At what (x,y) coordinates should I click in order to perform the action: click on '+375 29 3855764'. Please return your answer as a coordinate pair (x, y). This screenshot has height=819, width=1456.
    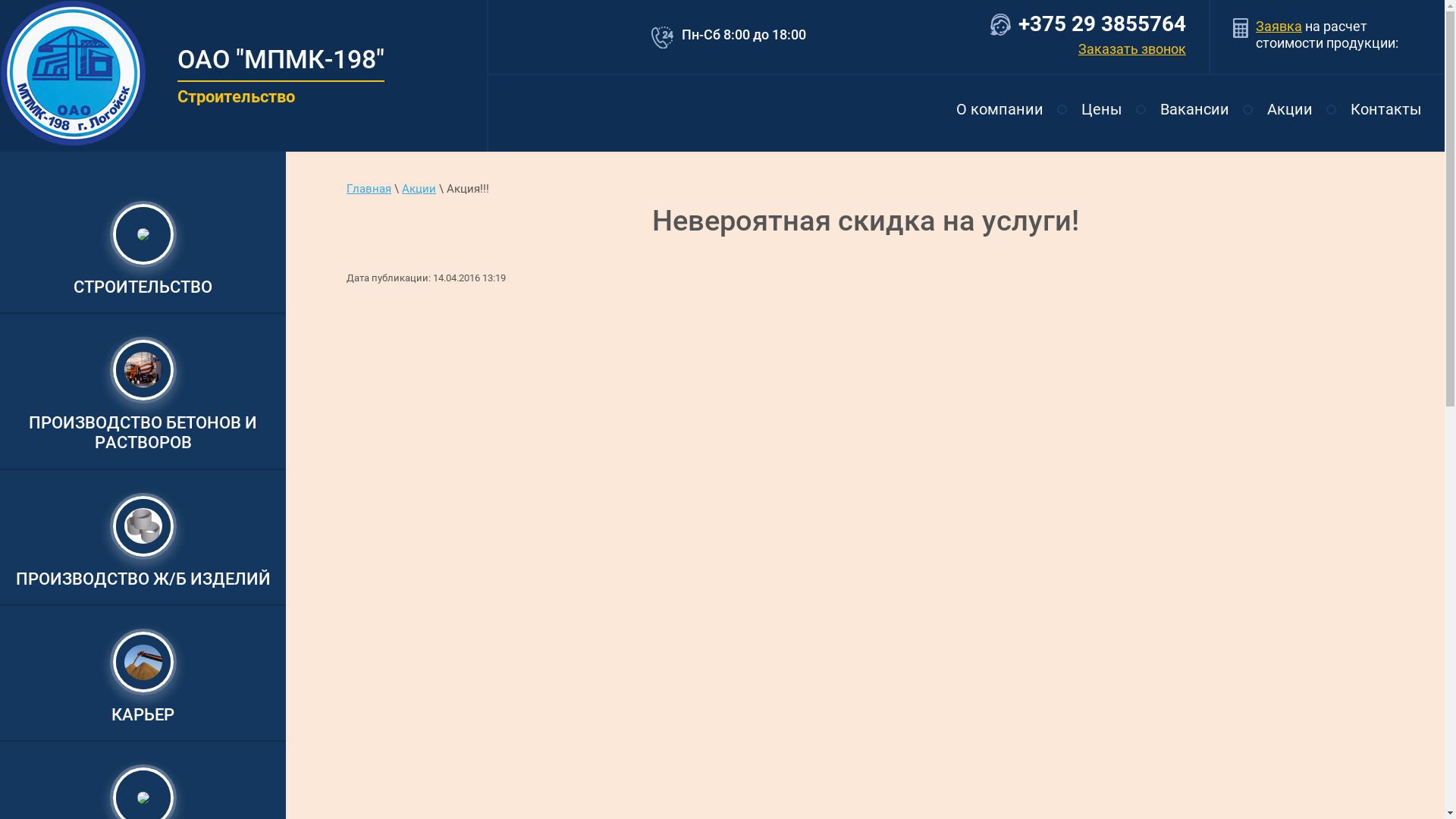
    Looking at the image, I should click on (1102, 24).